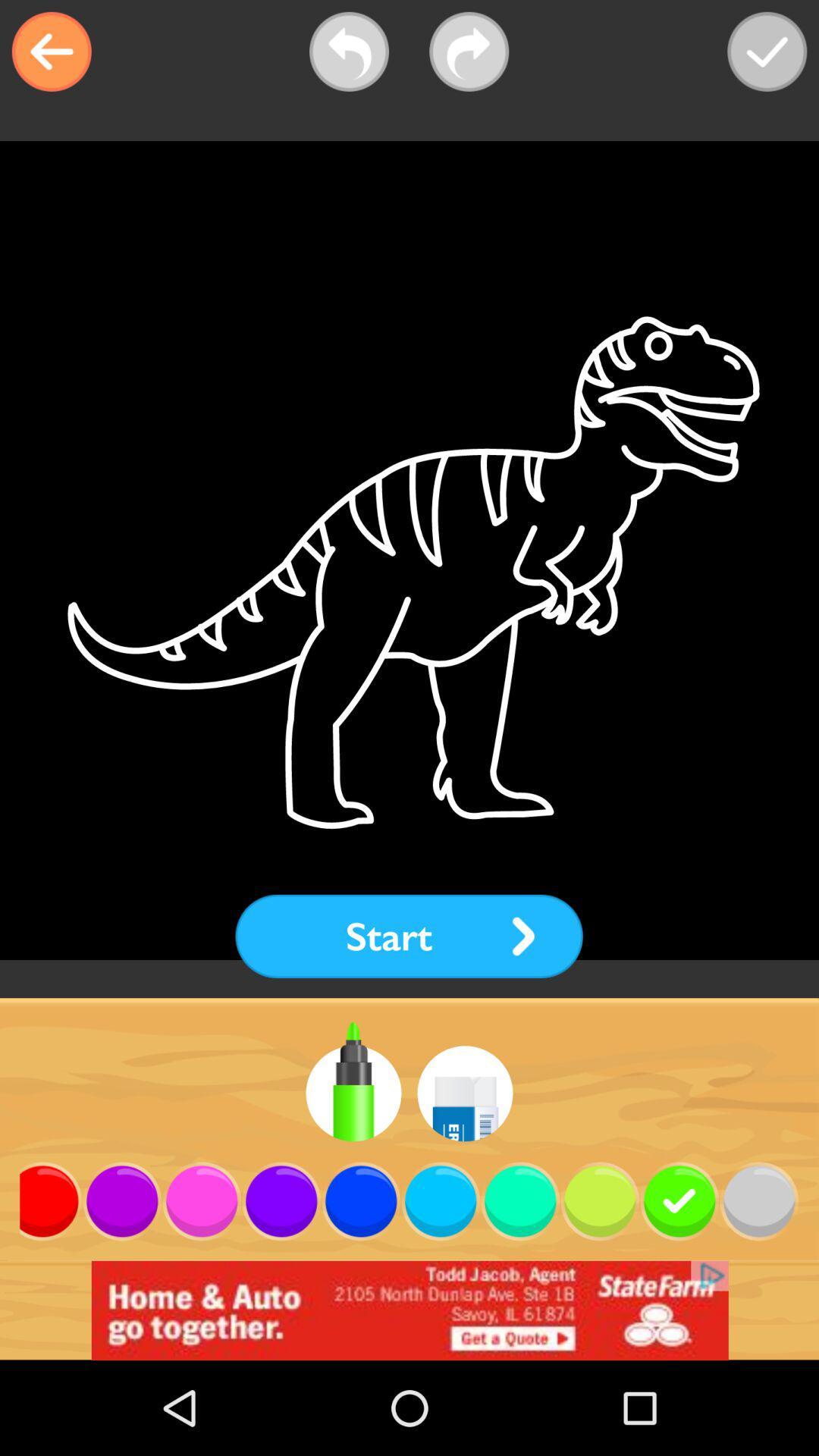 Image resolution: width=819 pixels, height=1456 pixels. I want to click on shows forward option, so click(468, 52).